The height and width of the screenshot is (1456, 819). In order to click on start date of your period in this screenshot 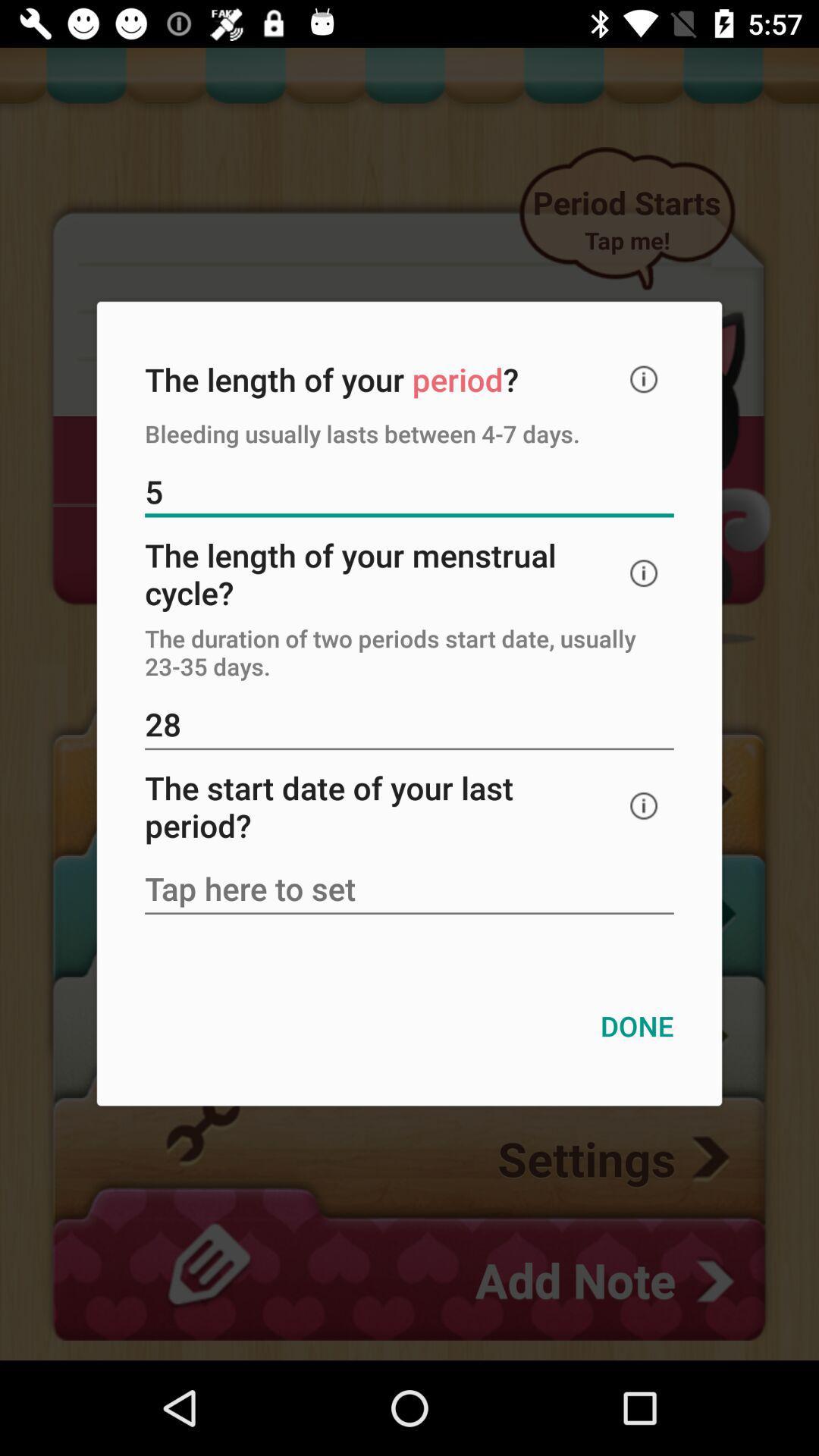, I will do `click(409, 890)`.